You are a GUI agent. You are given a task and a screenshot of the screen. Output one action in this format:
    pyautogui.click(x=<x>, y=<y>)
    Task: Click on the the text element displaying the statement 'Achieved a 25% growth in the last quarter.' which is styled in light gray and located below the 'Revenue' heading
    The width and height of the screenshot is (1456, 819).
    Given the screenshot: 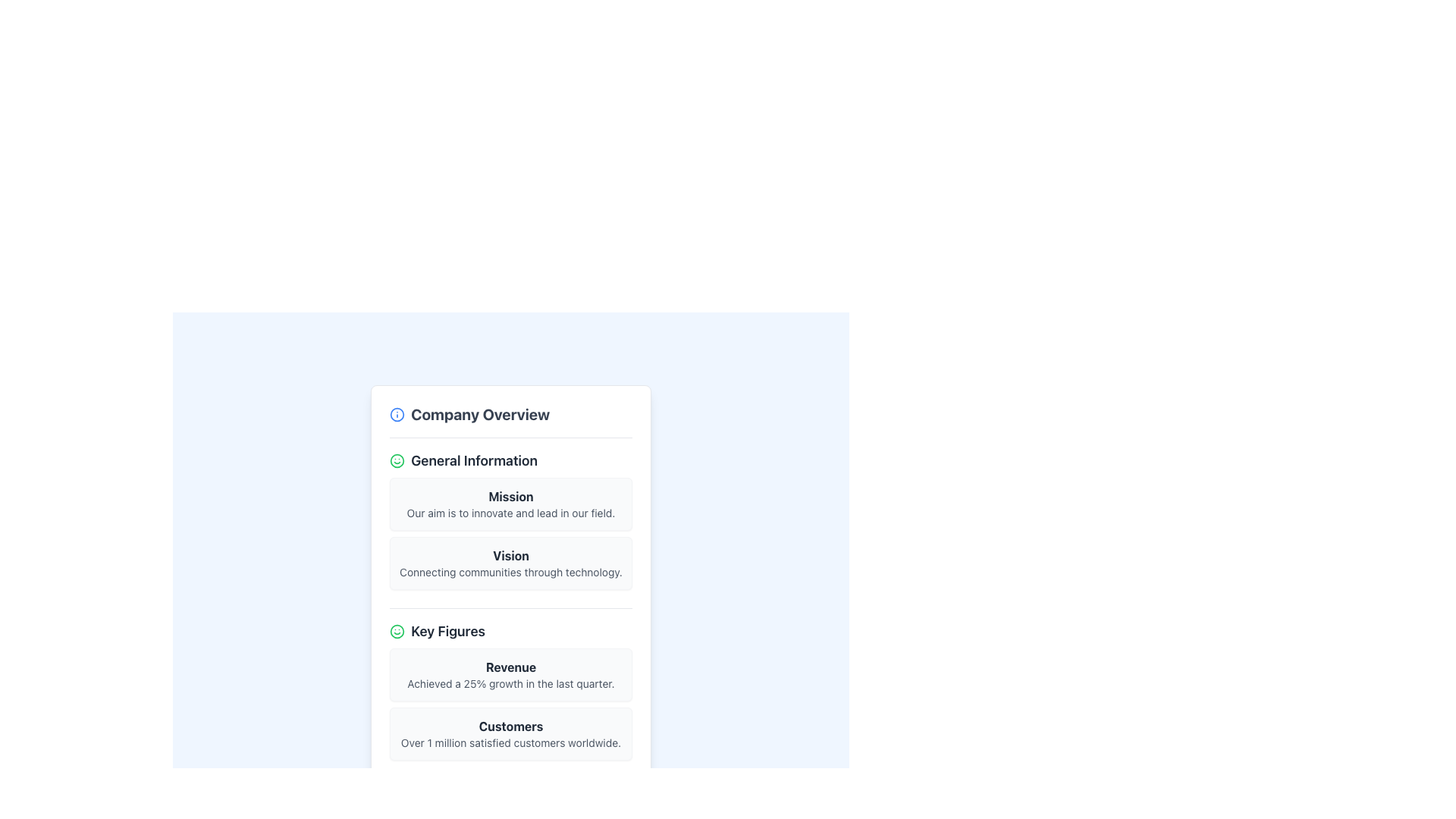 What is the action you would take?
    pyautogui.click(x=510, y=684)
    